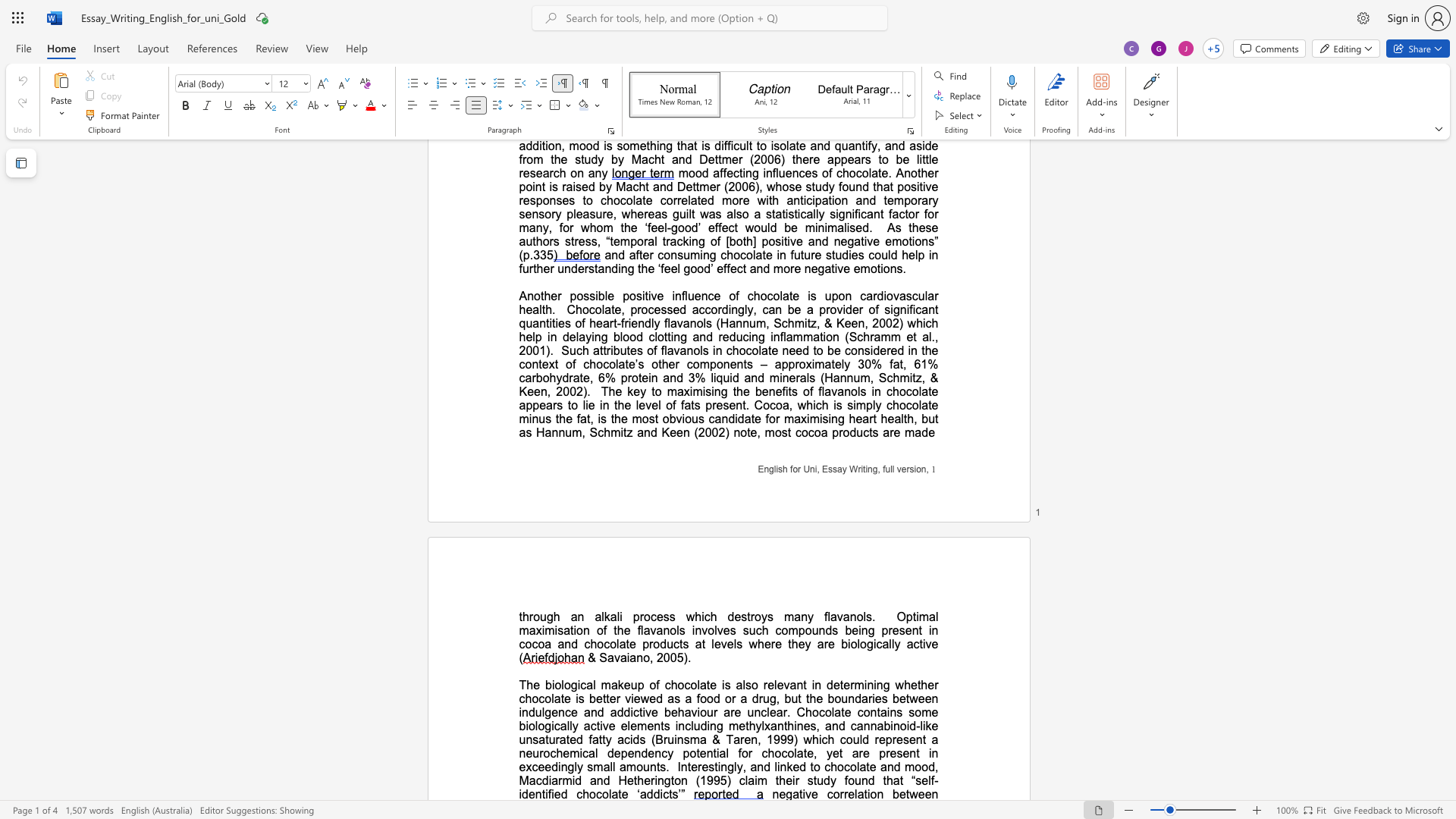  Describe the element at coordinates (783, 468) in the screenshot. I see `the space between the continuous character "s" and "h" in the text` at that location.